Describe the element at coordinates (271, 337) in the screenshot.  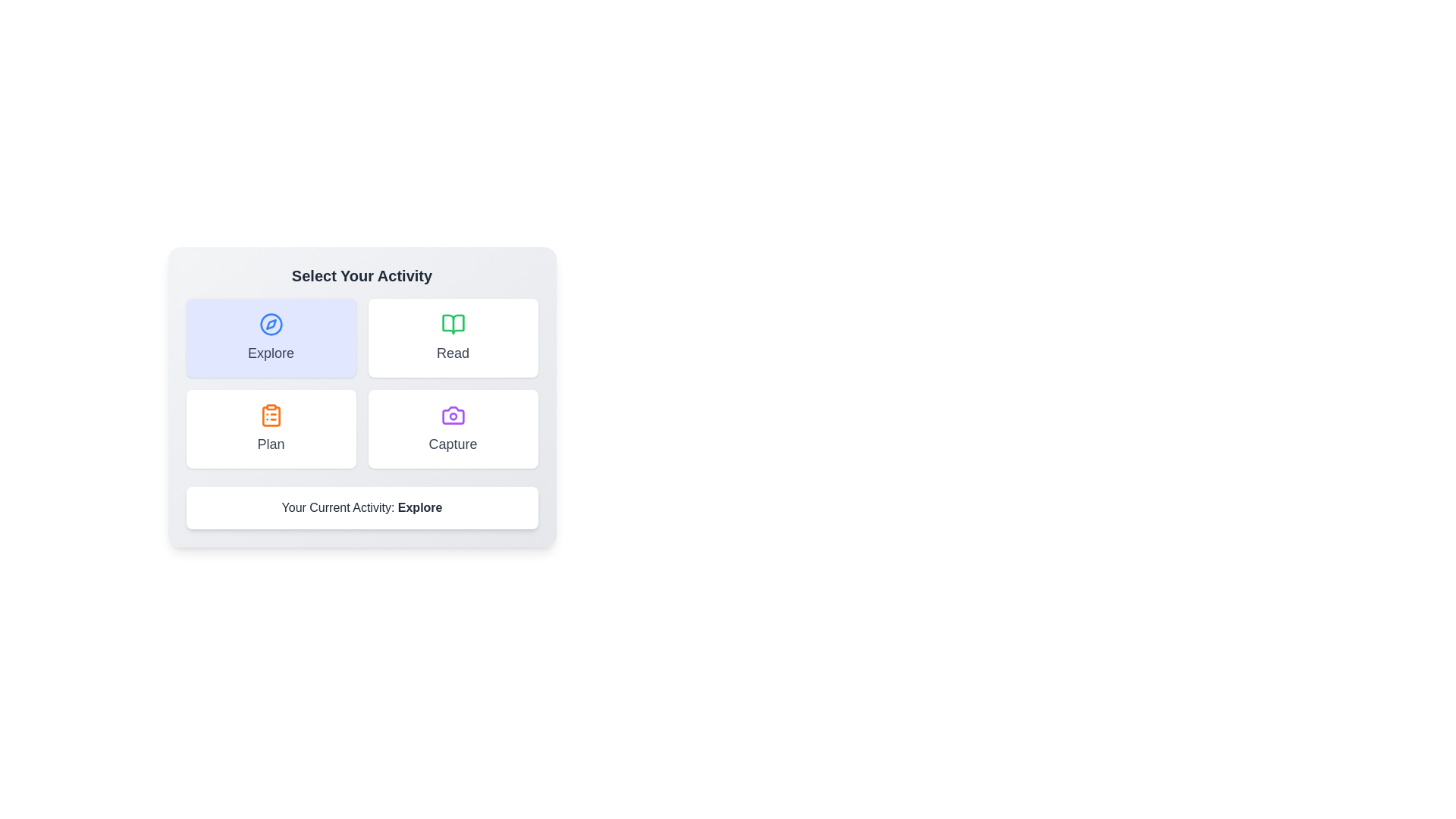
I see `the button corresponding to the activity Explore` at that location.